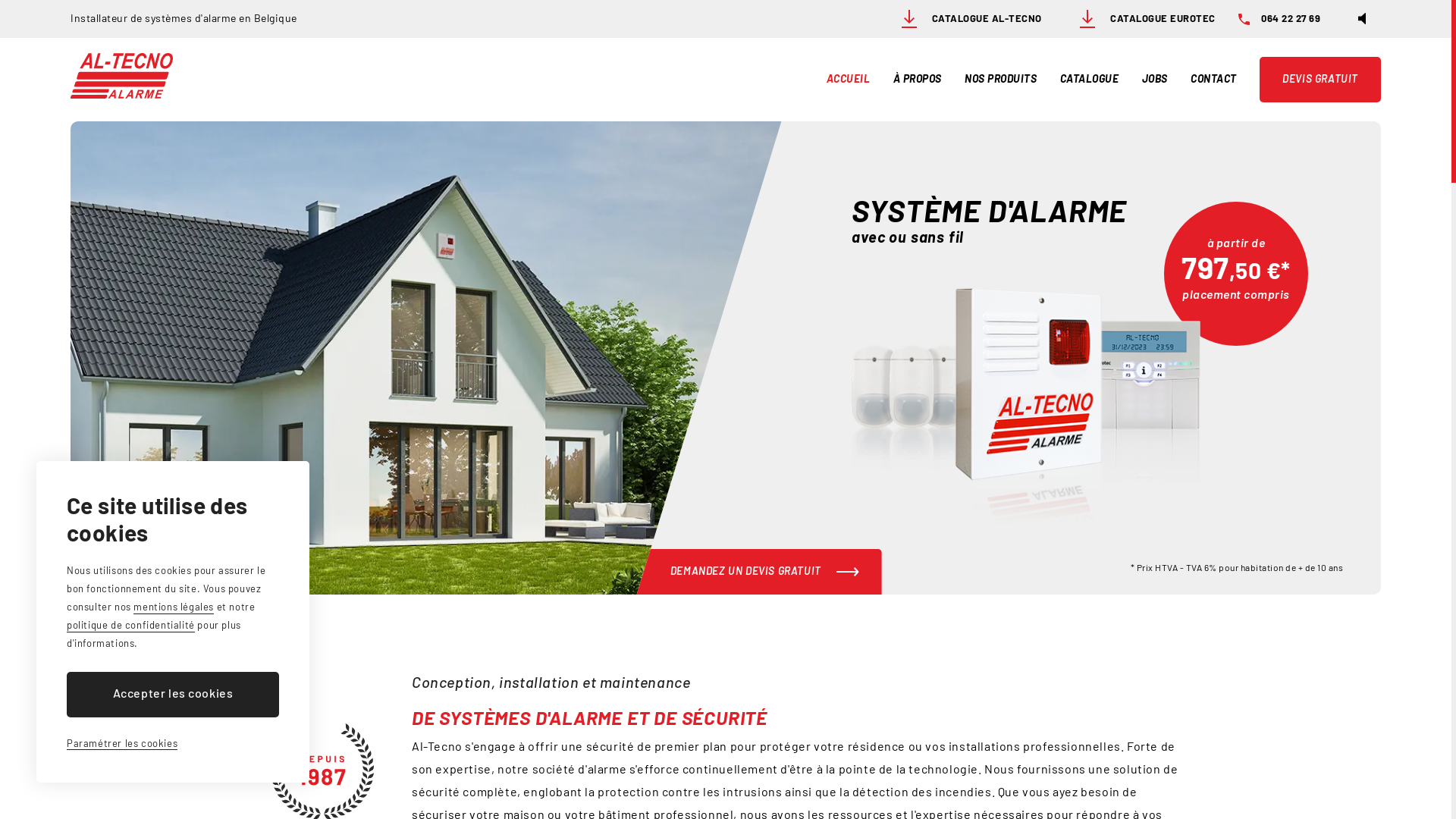 This screenshot has height=819, width=1456. Describe the element at coordinates (1153, 79) in the screenshot. I see `'JOBS'` at that location.